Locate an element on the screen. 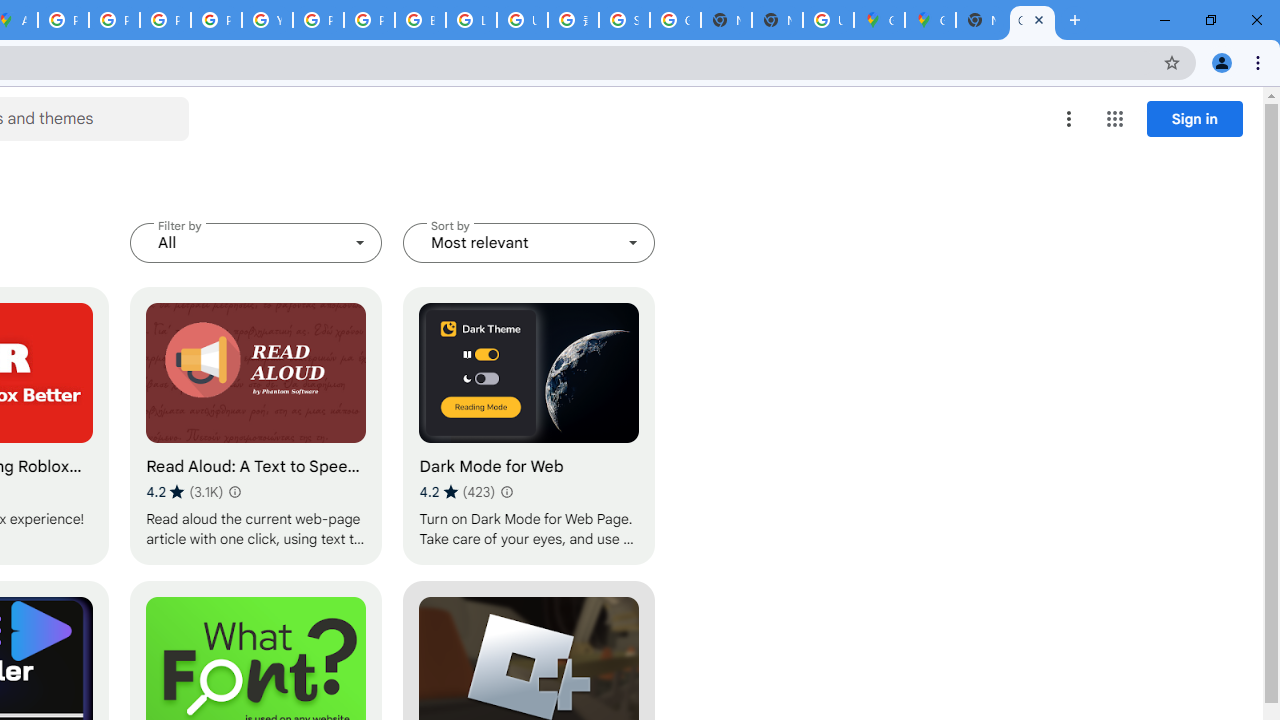 The height and width of the screenshot is (720, 1280). 'YouTube' is located at coordinates (266, 20).